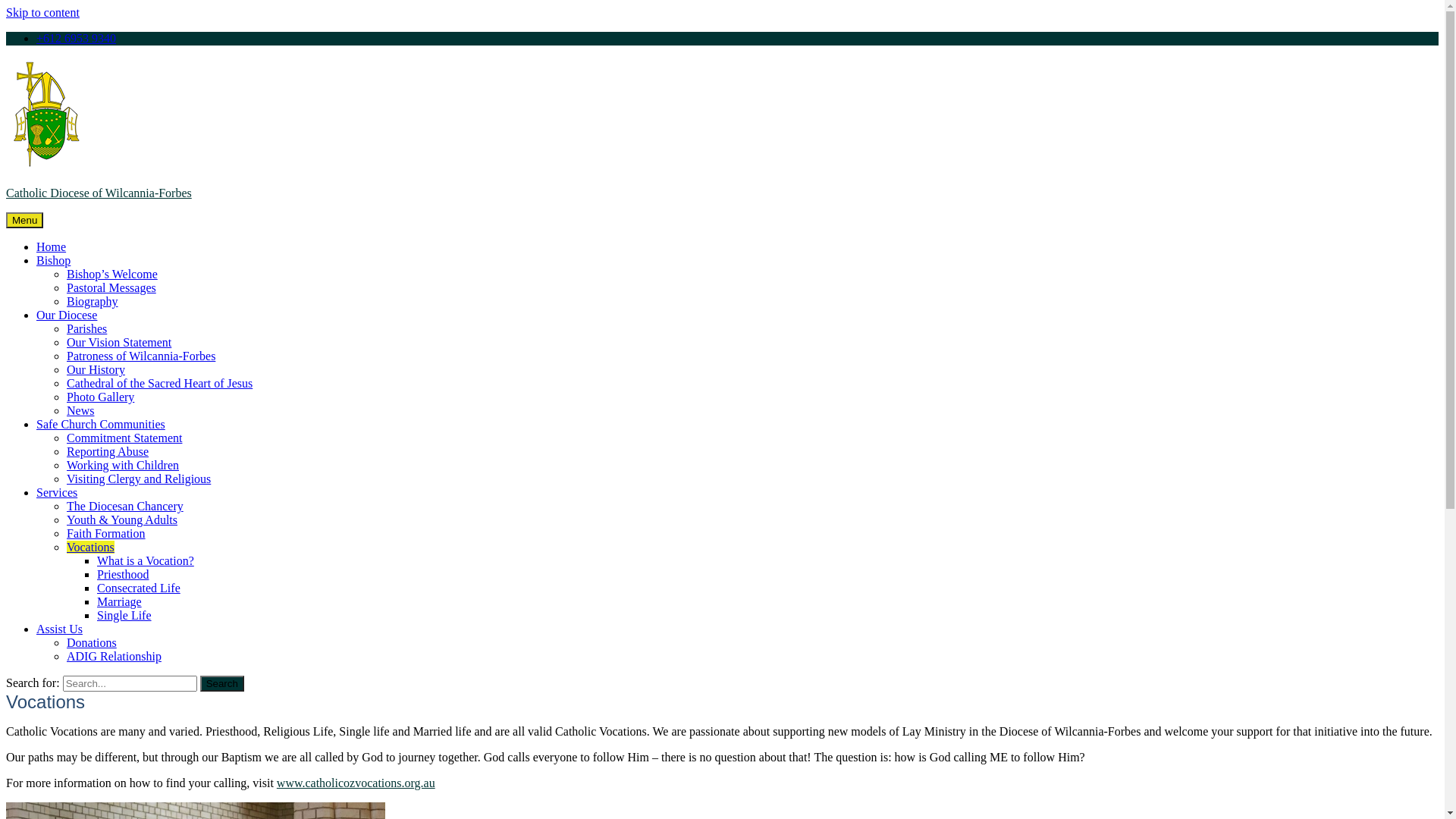 This screenshot has width=1456, height=819. What do you see at coordinates (100, 424) in the screenshot?
I see `'Safe Church Communities'` at bounding box center [100, 424].